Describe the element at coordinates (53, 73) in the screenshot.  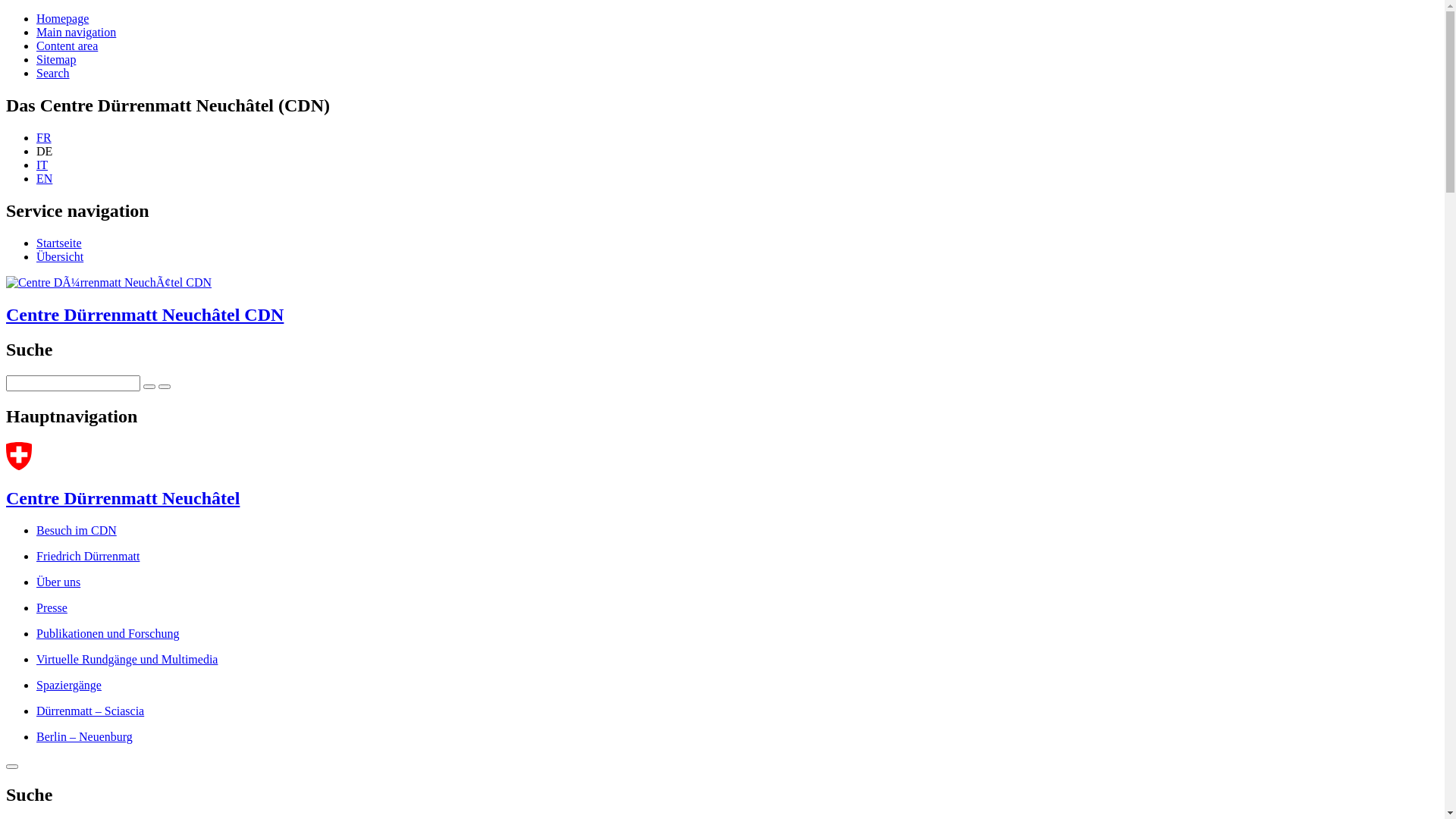
I see `'Search'` at that location.